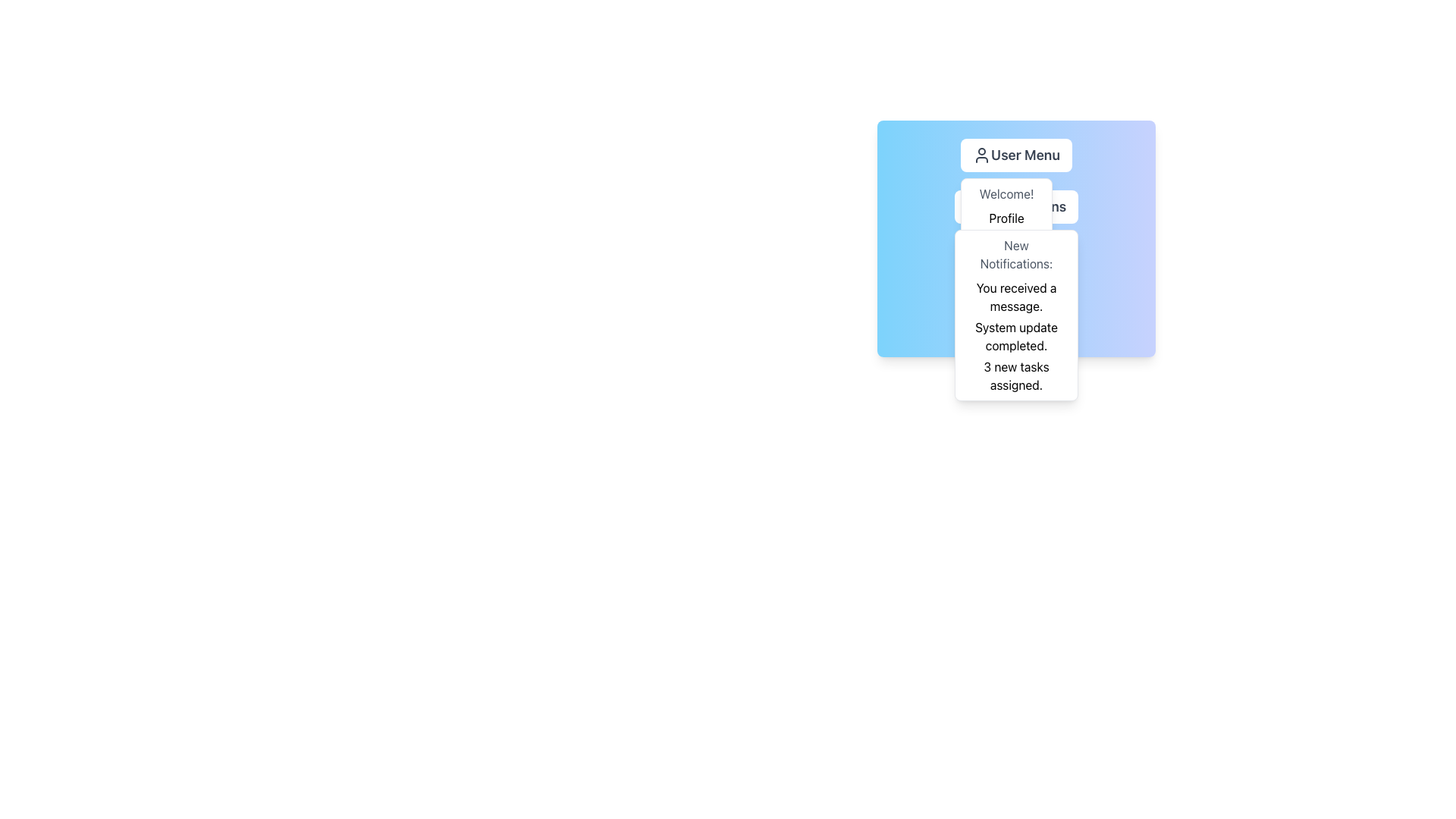  What do you see at coordinates (1016, 207) in the screenshot?
I see `the 'Profile' navigational link item located` at bounding box center [1016, 207].